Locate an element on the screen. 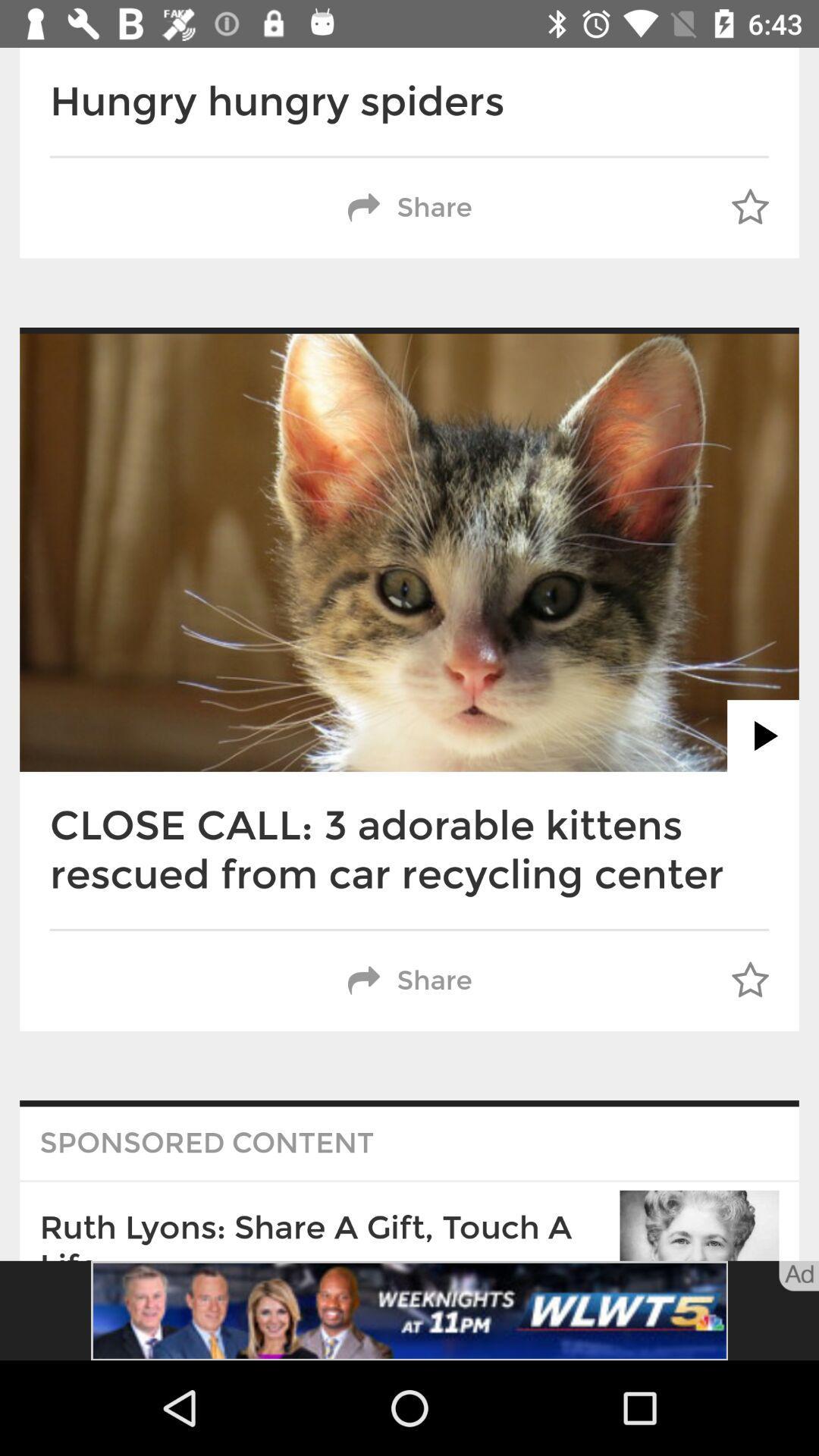  play option is located at coordinates (763, 736).